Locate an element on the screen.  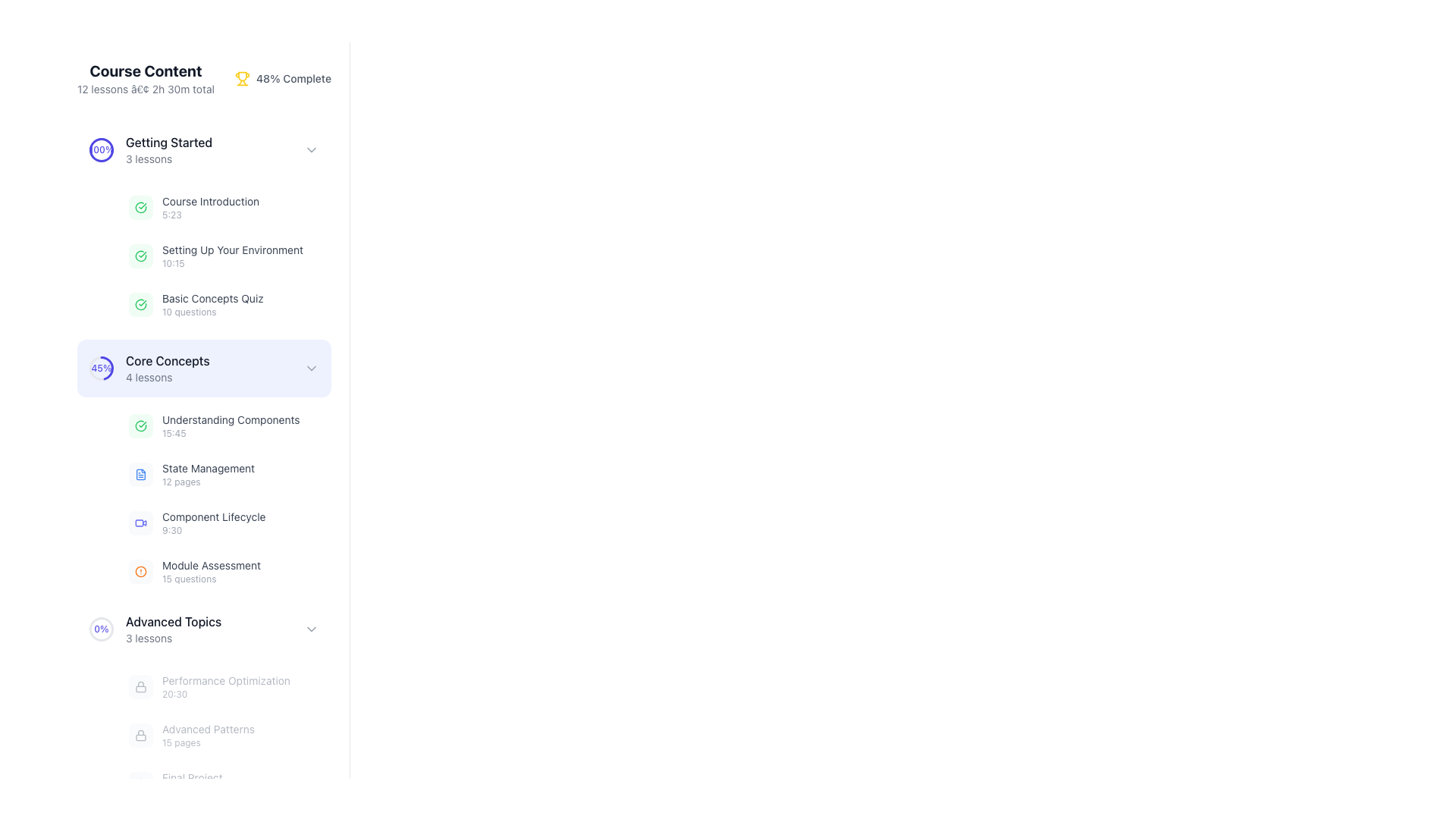
the 'Basic Concepts Quiz' textual display located to the right of the green checkmark icon in the 'Getting Started' section of the 'Course Content' sidebar is located at coordinates (212, 304).